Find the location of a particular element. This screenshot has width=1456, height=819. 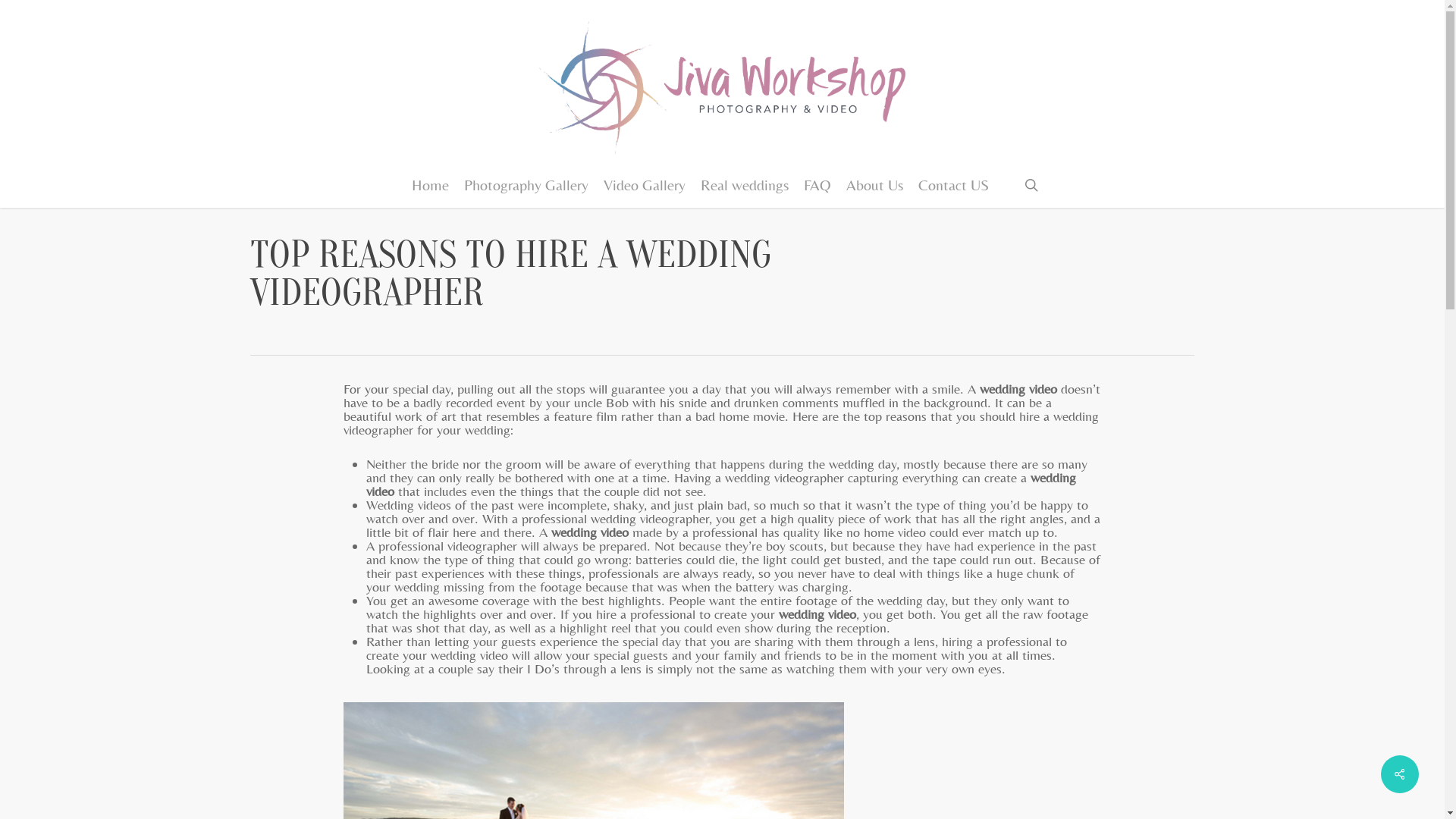

'Contact US' is located at coordinates (952, 184).